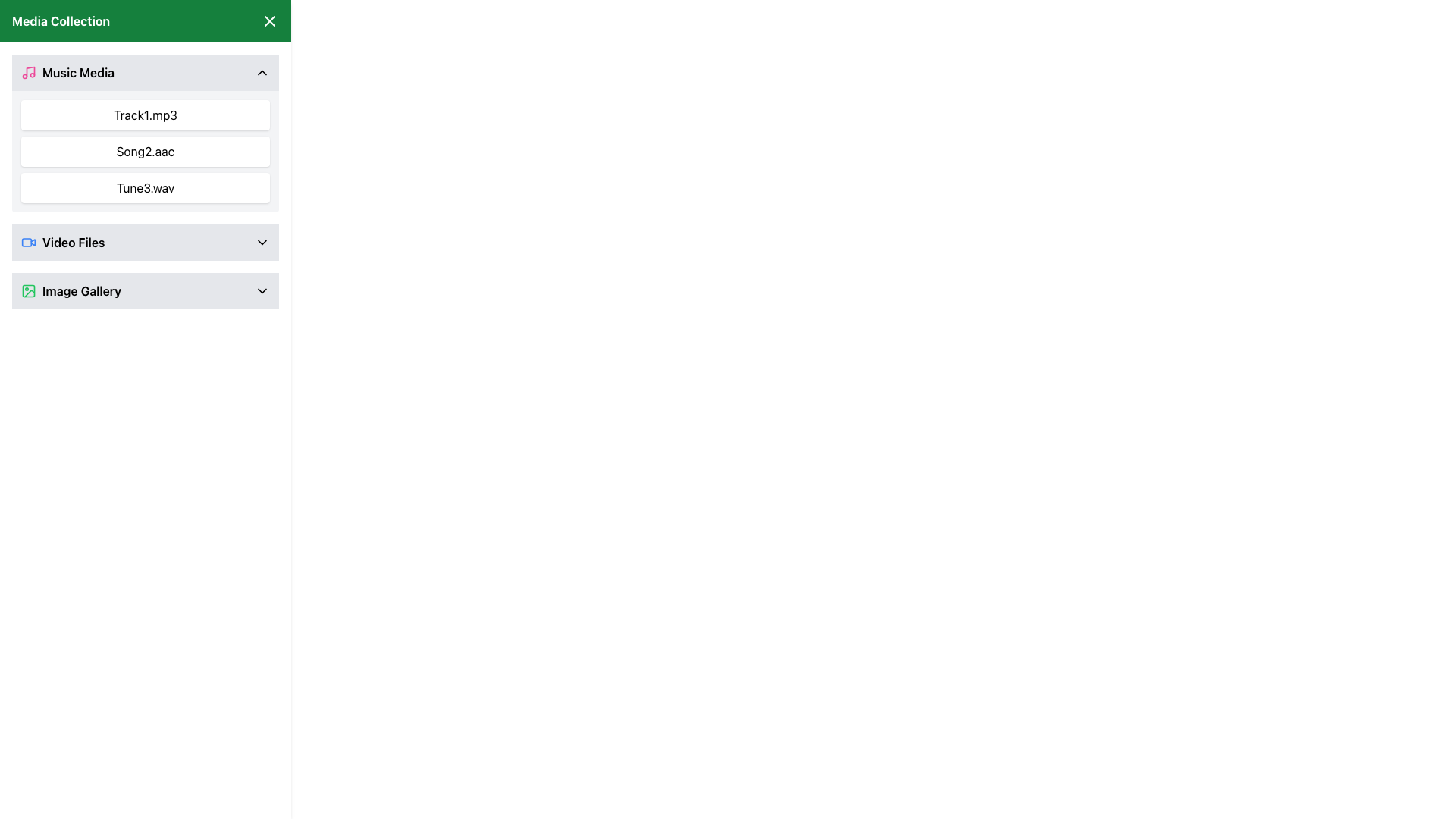 This screenshot has height=819, width=1456. What do you see at coordinates (146, 152) in the screenshot?
I see `on the second item in the 'Music Media' list of the 'Media Collection' panel` at bounding box center [146, 152].